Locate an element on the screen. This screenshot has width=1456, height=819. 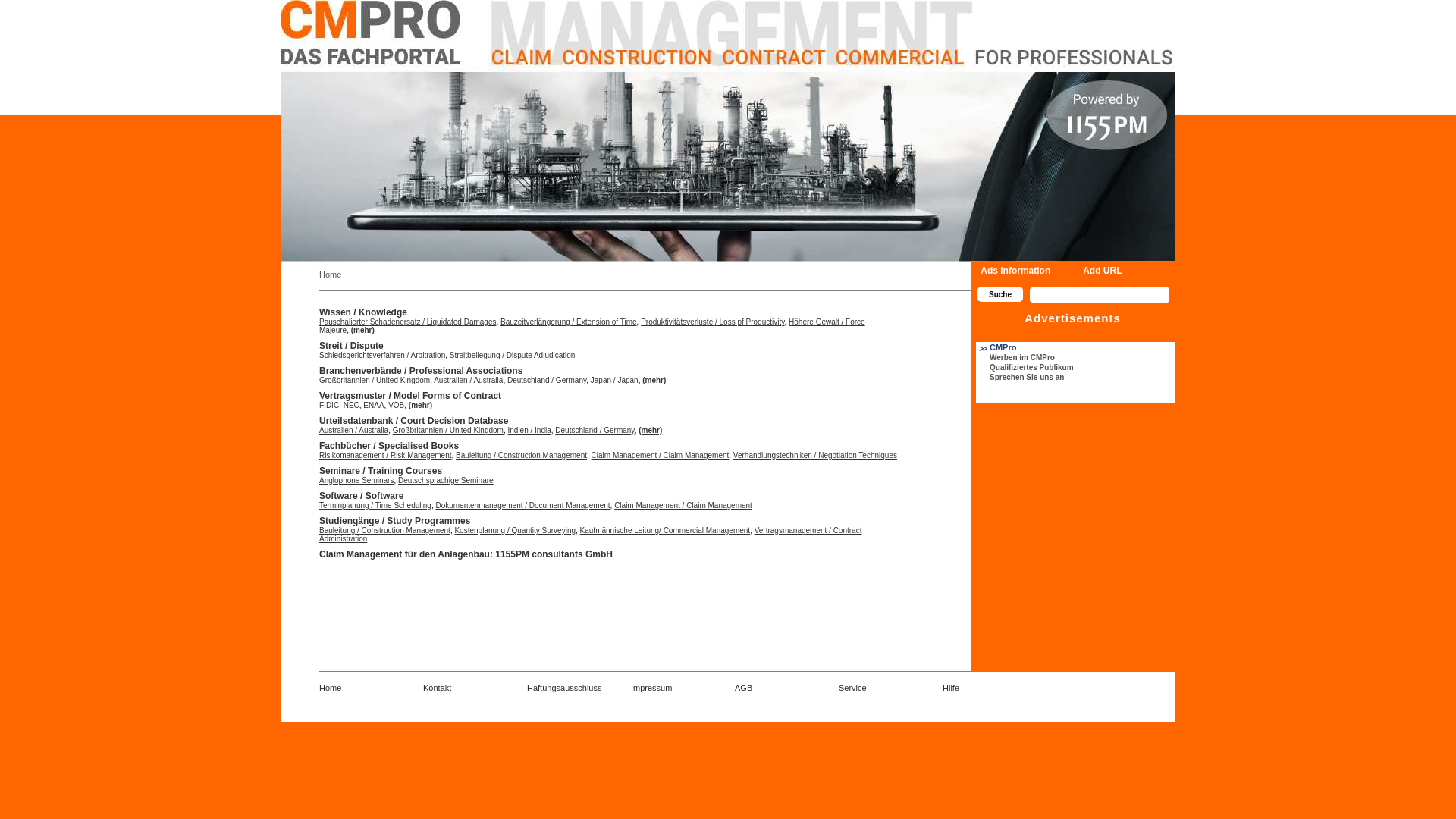
'Add URL' is located at coordinates (1082, 270).